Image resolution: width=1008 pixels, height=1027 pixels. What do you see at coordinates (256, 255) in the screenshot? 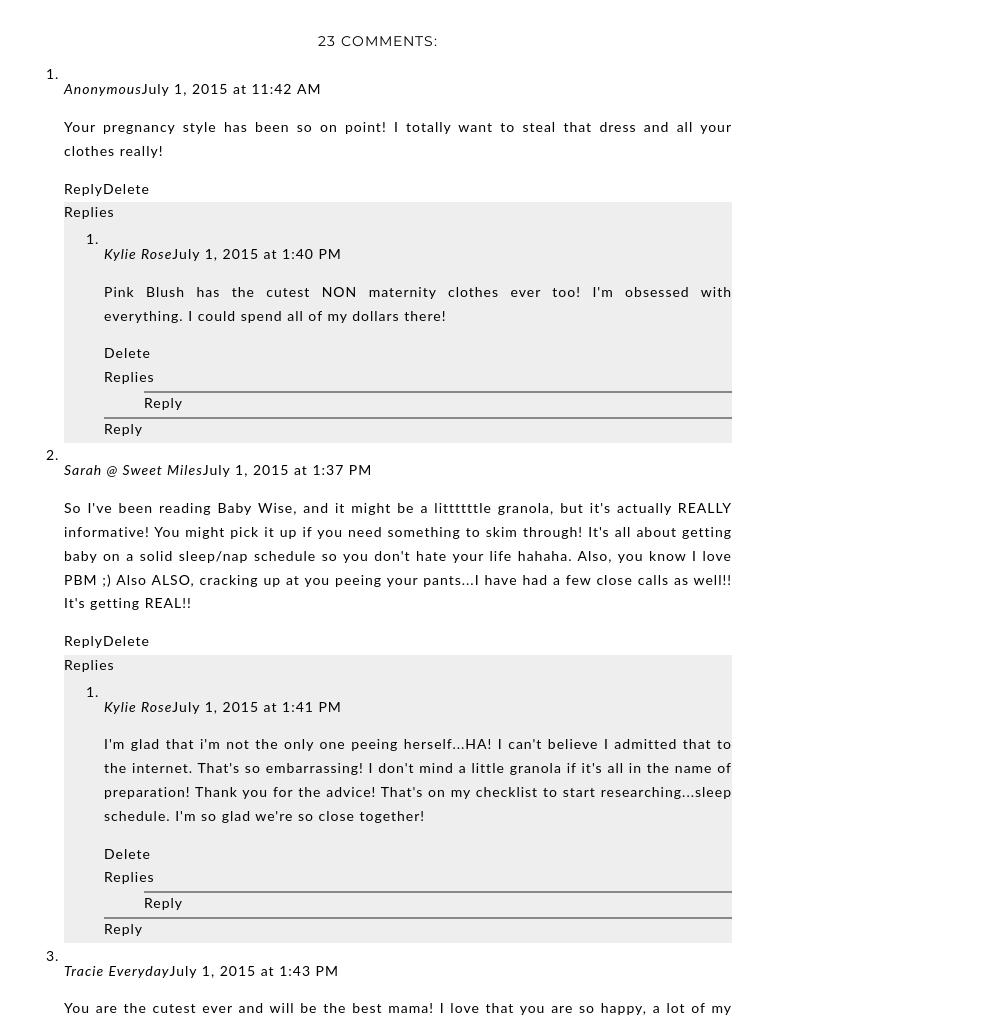
I see `'July 1, 2015 at 1:40 PM'` at bounding box center [256, 255].